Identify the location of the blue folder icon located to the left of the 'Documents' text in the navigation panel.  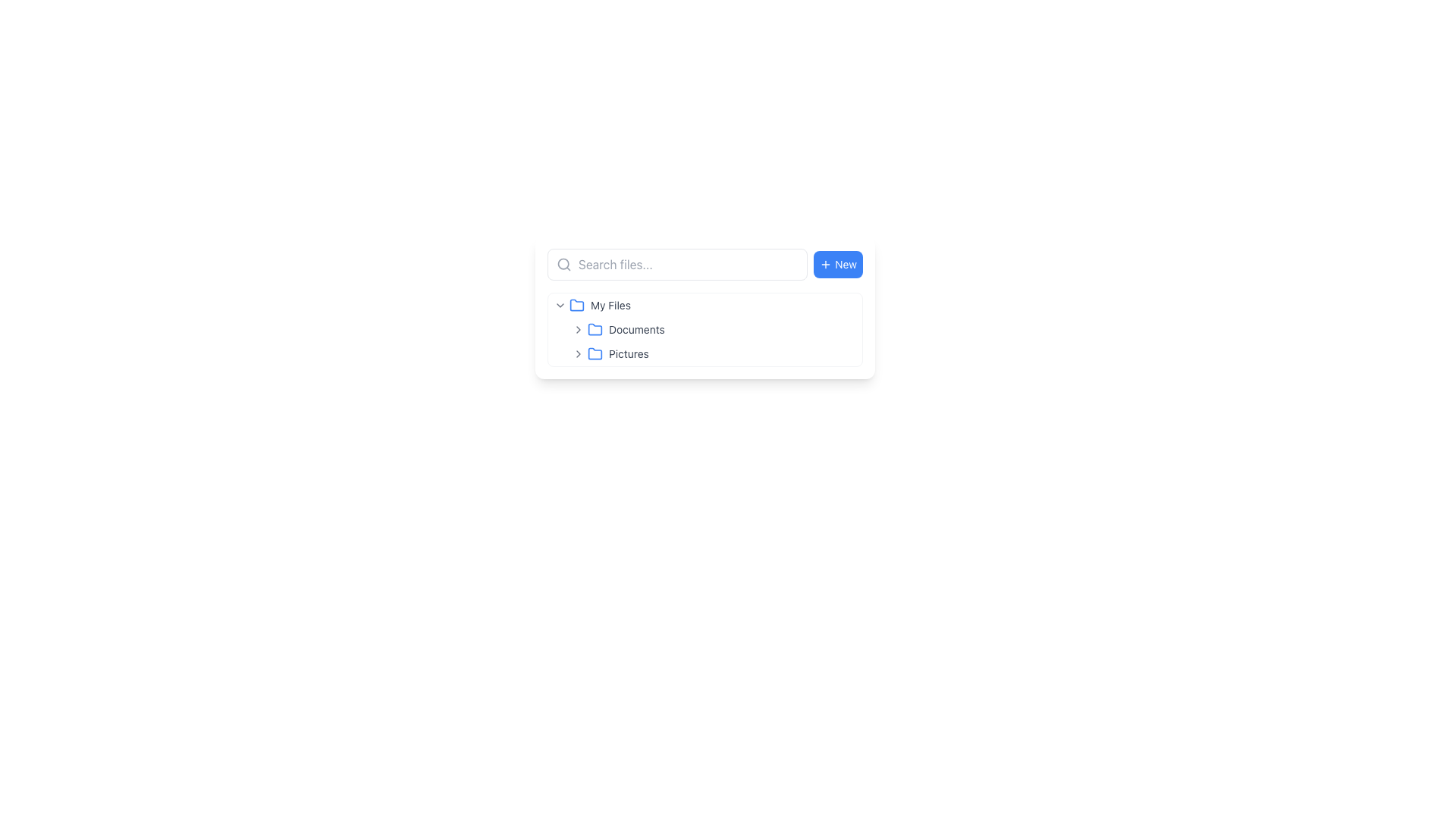
(595, 329).